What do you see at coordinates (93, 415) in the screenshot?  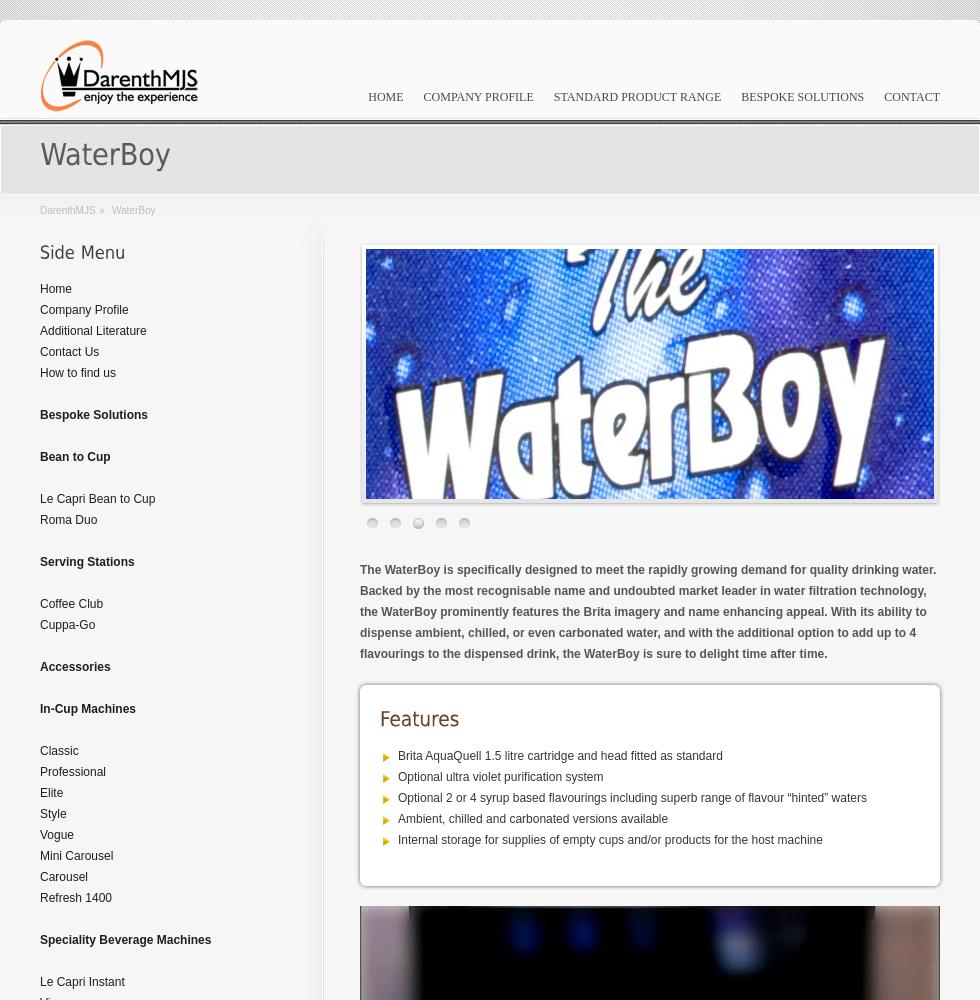 I see `'Bespoke Solutions'` at bounding box center [93, 415].